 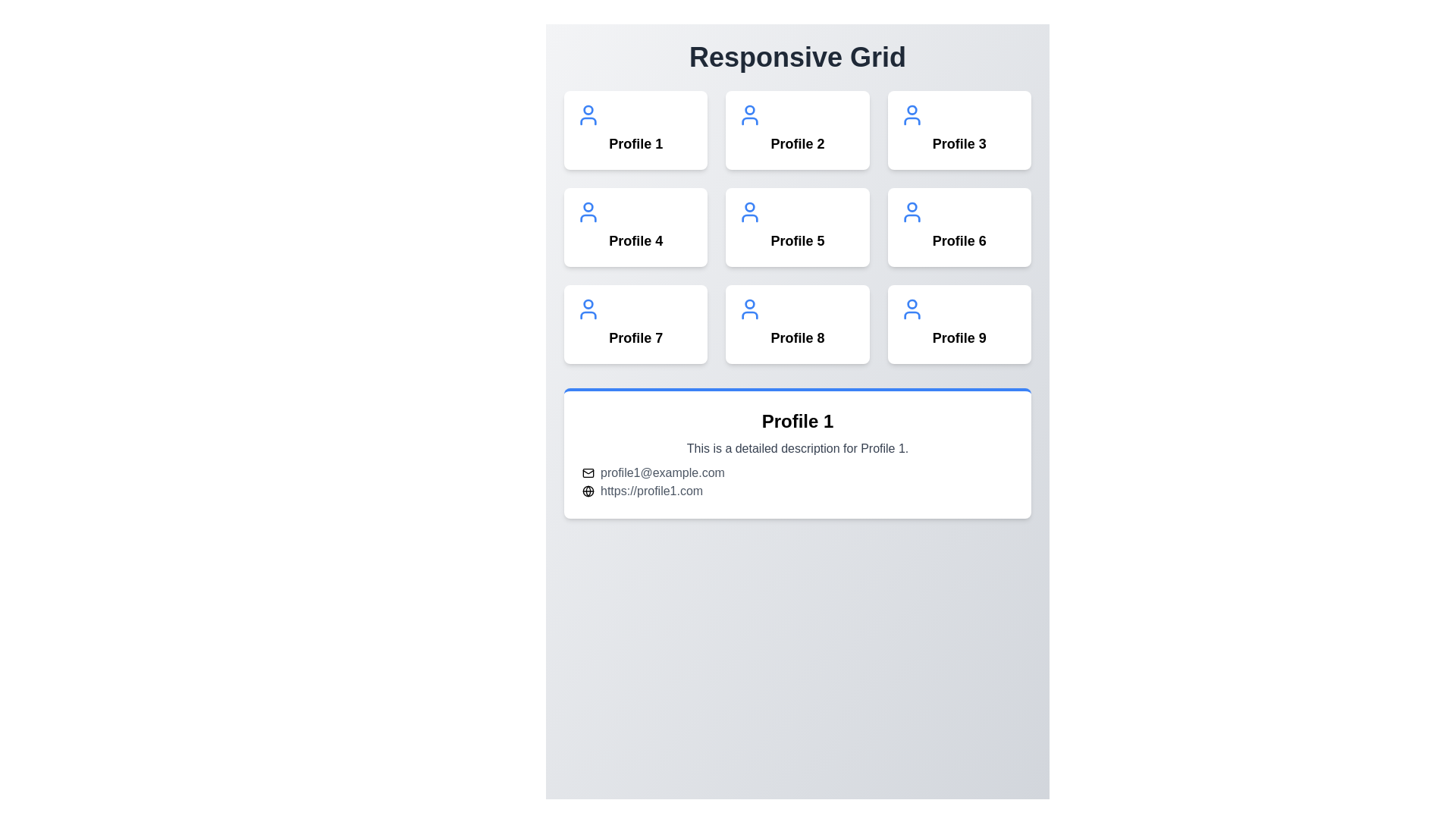 I want to click on the user profile icon located at the top center of the 'Profile 8' card, which visually represents a specific user, so click(x=750, y=309).